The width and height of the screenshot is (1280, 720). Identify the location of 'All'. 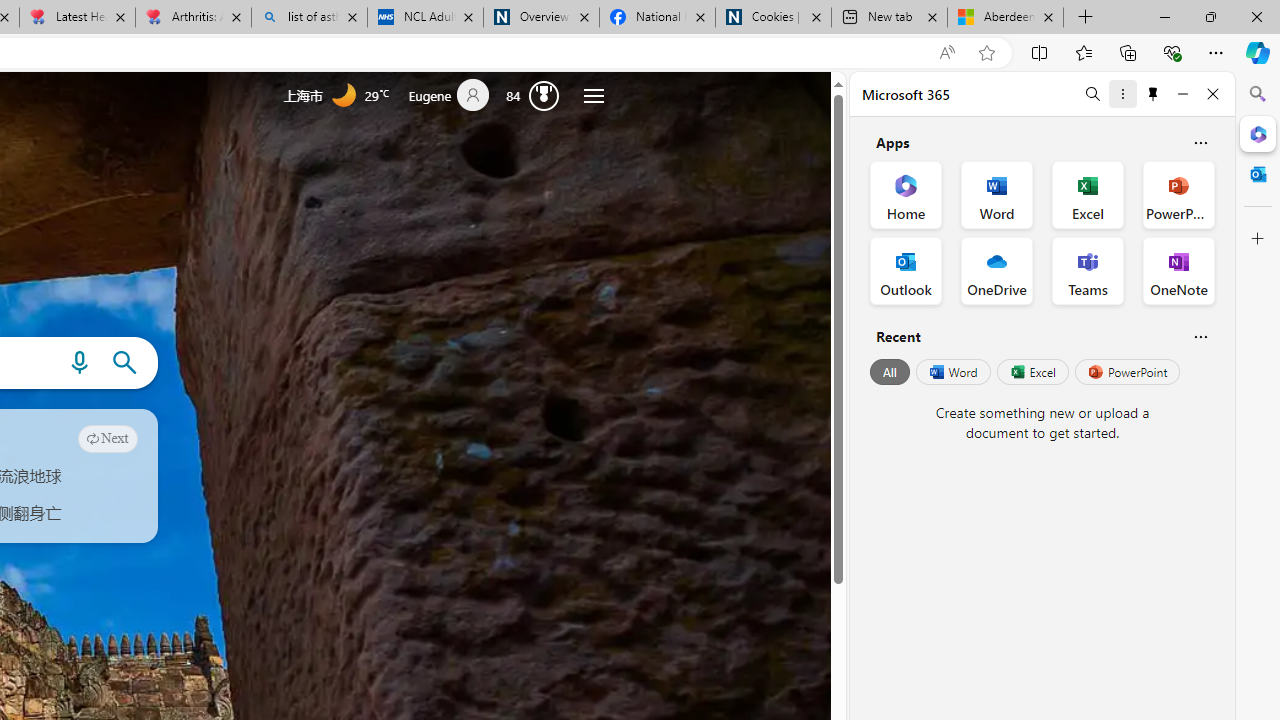
(889, 372).